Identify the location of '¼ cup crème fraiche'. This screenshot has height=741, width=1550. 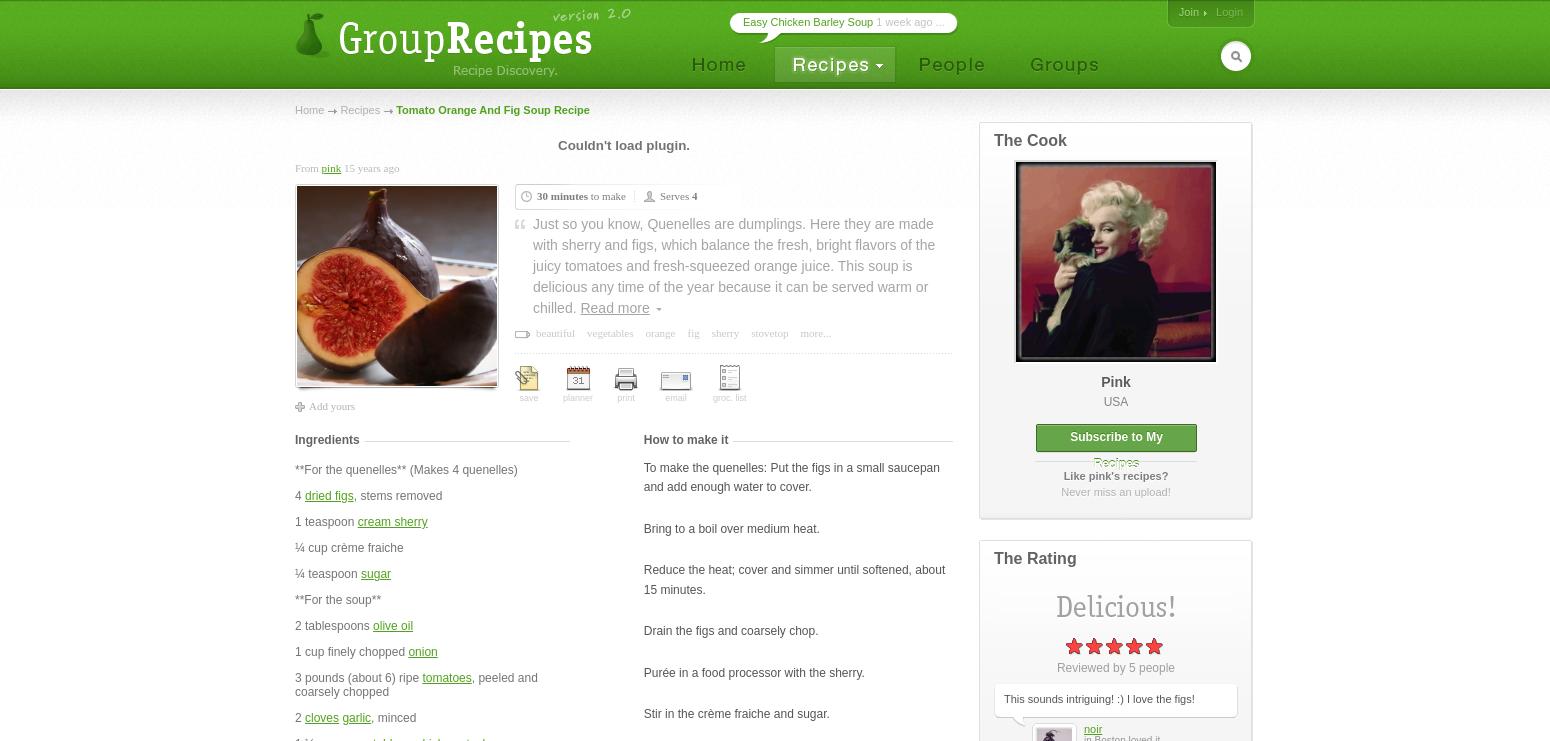
(348, 547).